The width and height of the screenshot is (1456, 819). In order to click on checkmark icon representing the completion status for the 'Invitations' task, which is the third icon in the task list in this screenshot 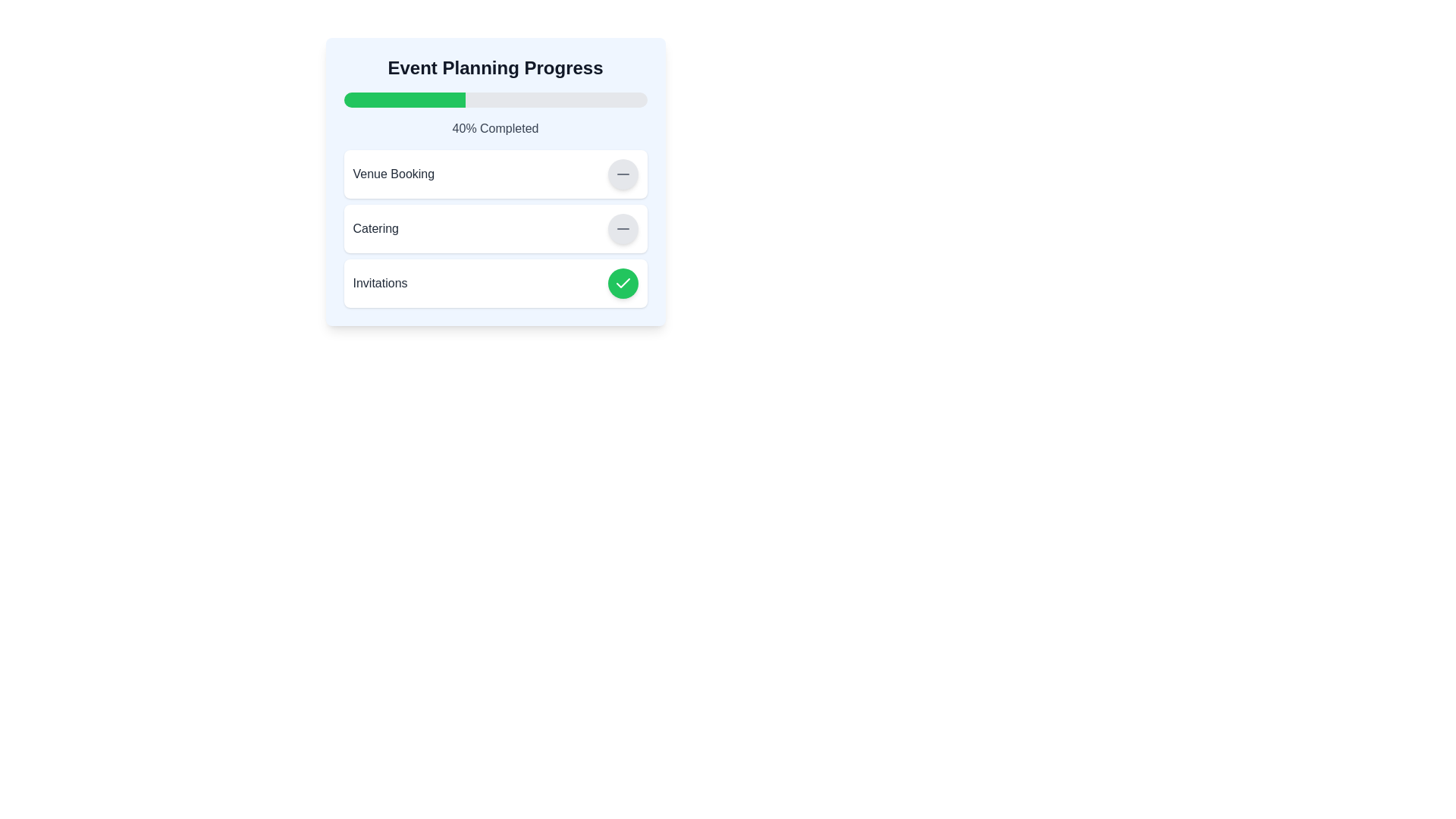, I will do `click(623, 283)`.